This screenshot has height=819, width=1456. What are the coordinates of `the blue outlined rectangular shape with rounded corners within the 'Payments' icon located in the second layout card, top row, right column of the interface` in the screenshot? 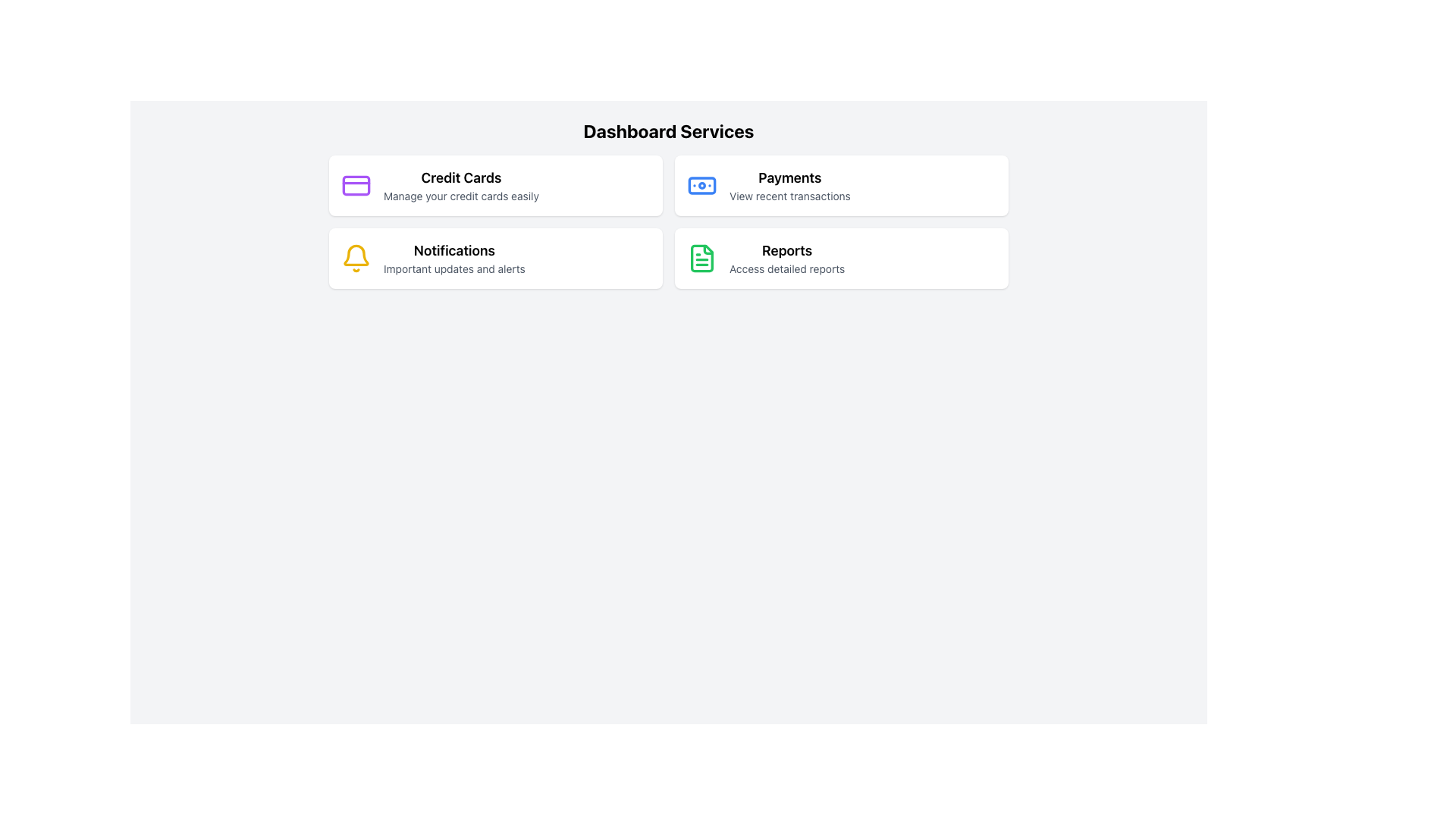 It's located at (701, 185).